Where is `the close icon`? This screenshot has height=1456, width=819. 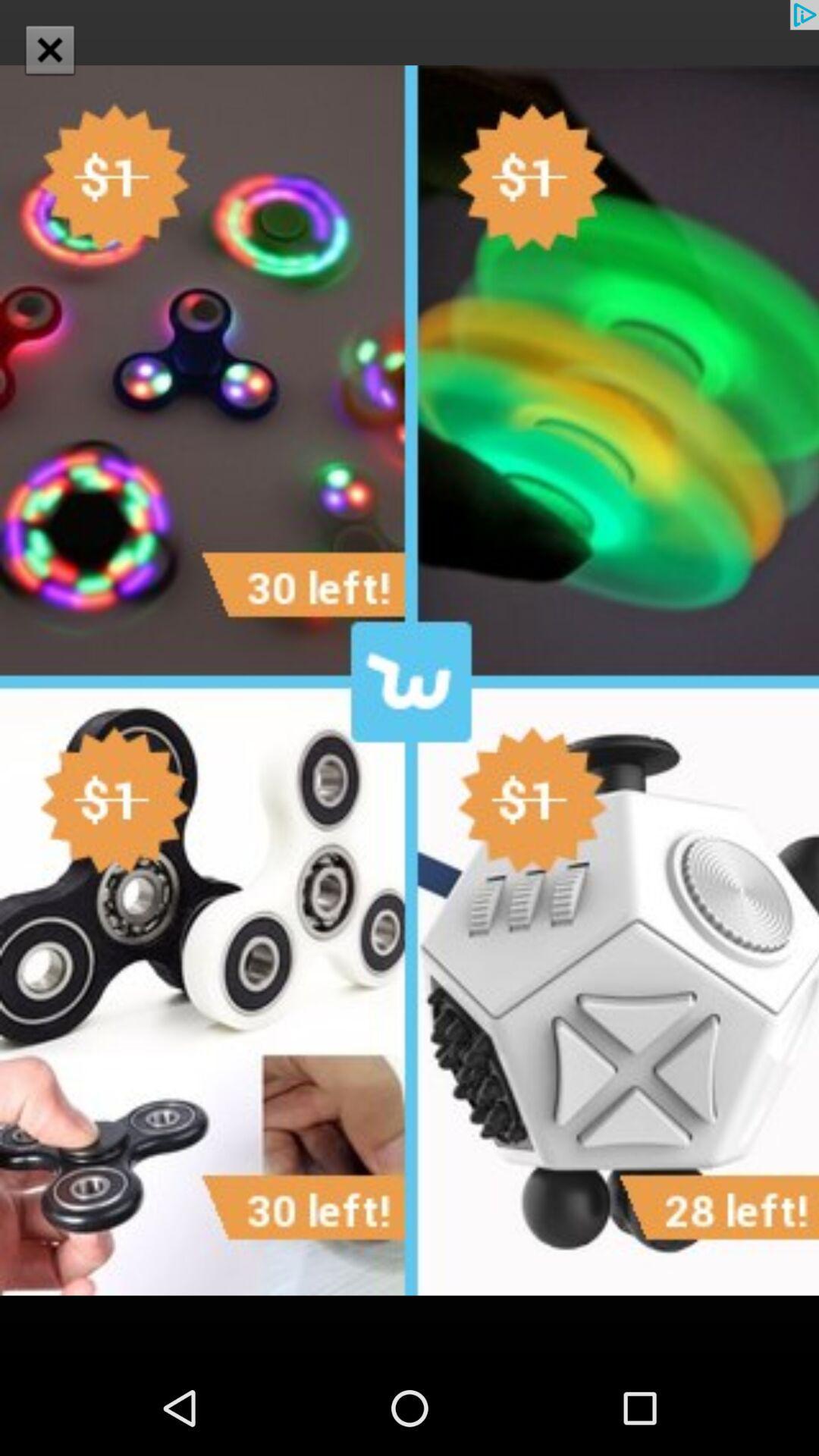
the close icon is located at coordinates (49, 53).